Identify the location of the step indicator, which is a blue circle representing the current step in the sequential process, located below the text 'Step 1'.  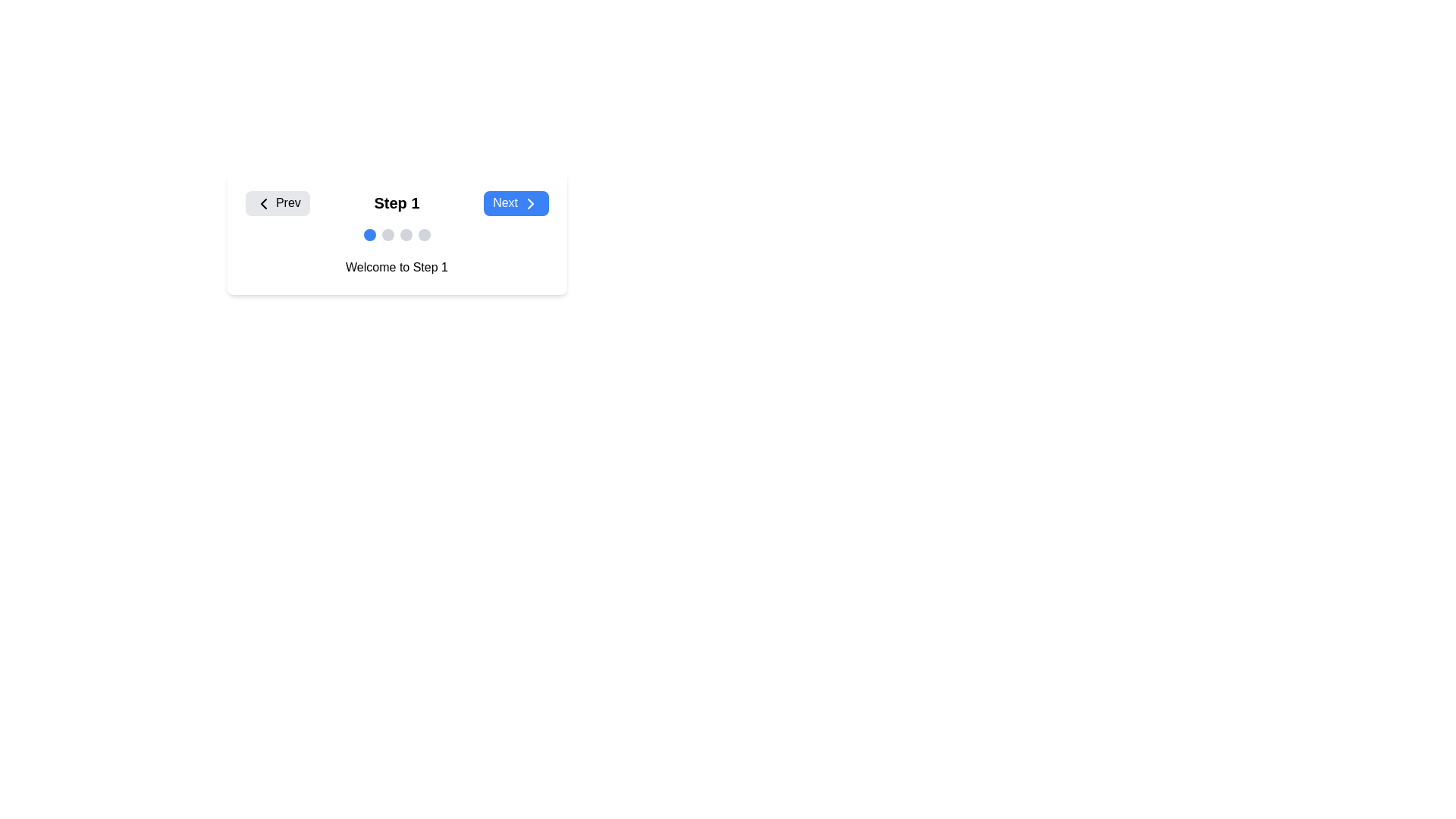
(397, 237).